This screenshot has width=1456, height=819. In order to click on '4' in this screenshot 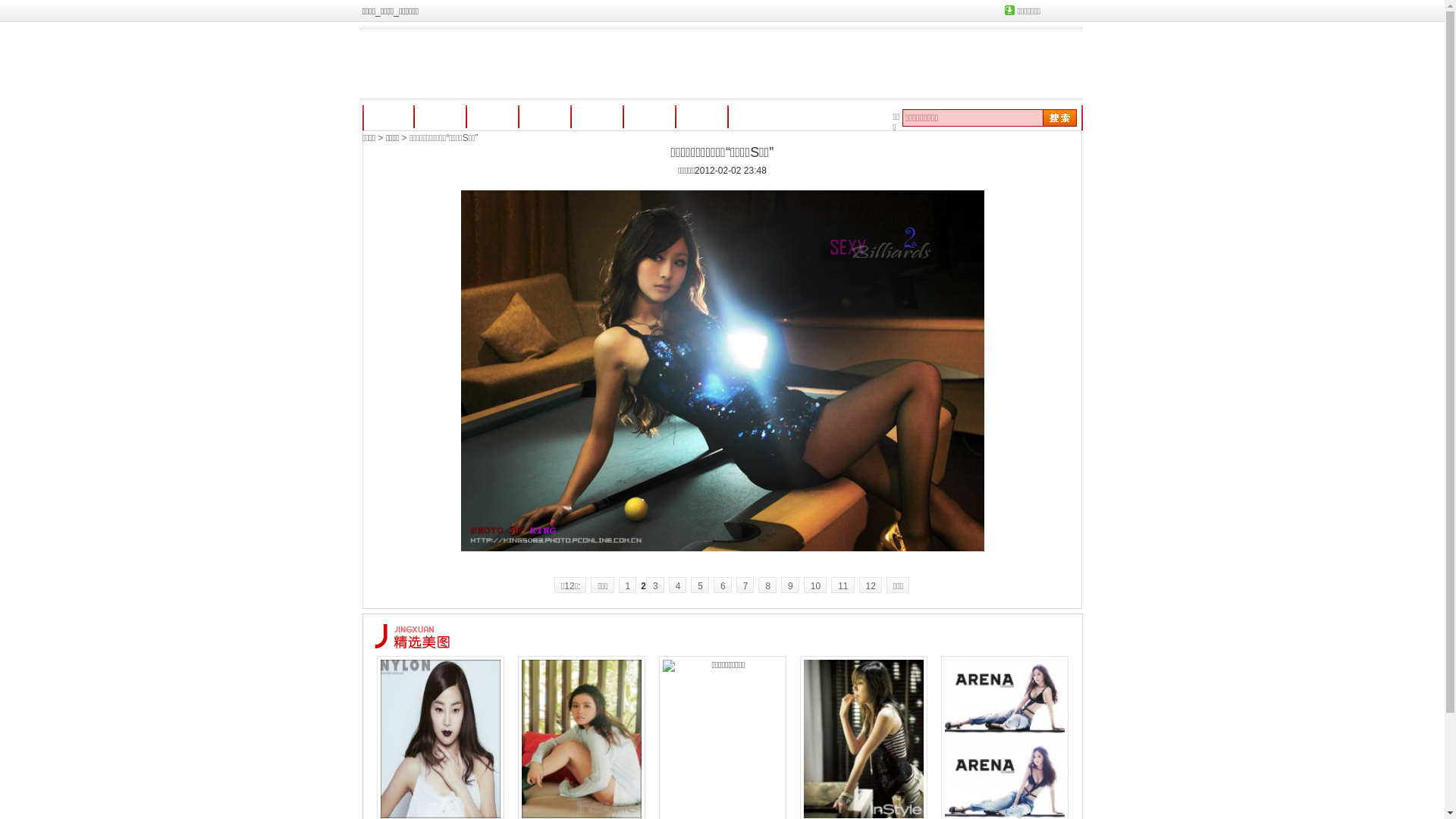, I will do `click(676, 584)`.